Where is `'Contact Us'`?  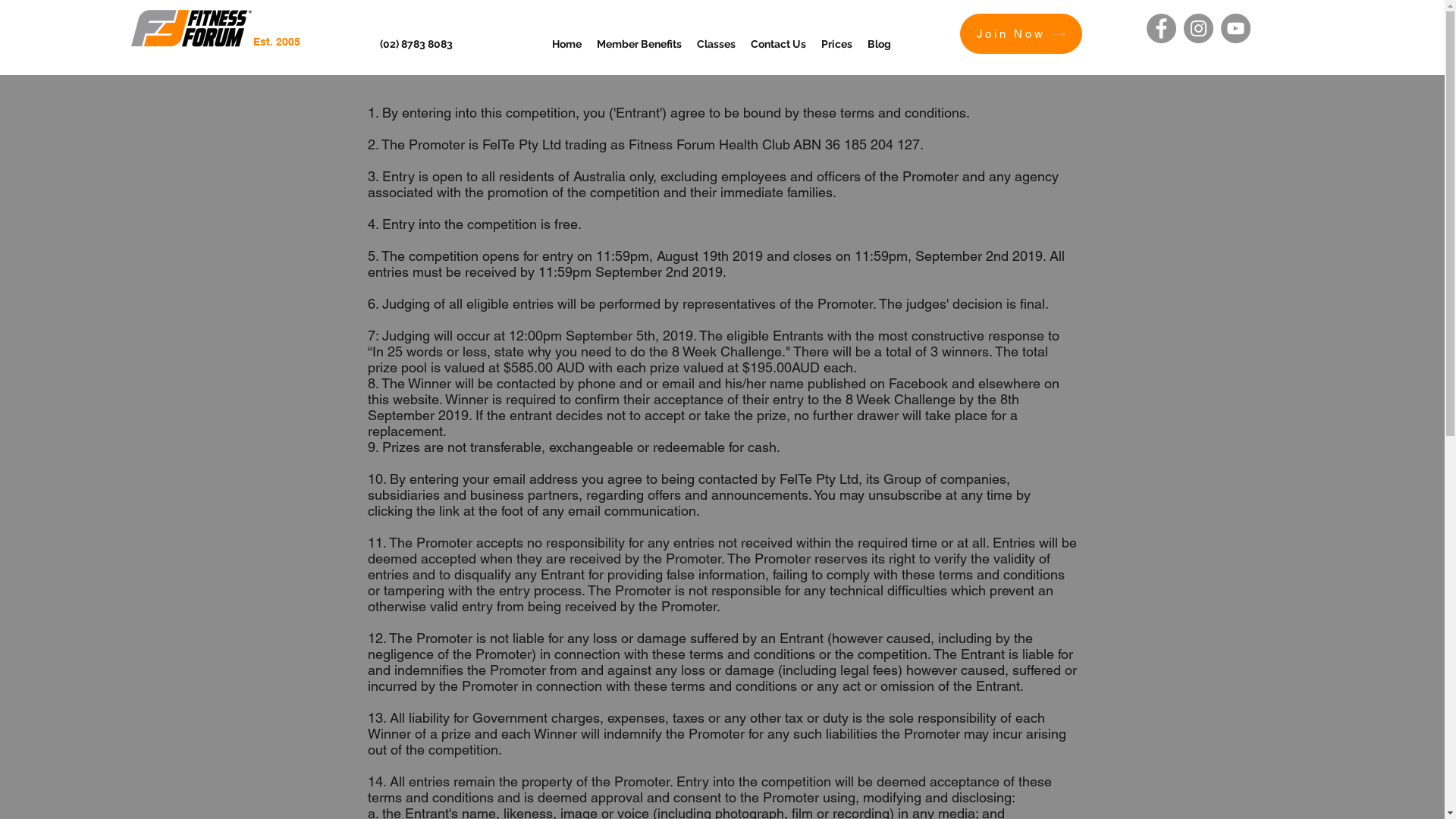 'Contact Us' is located at coordinates (778, 42).